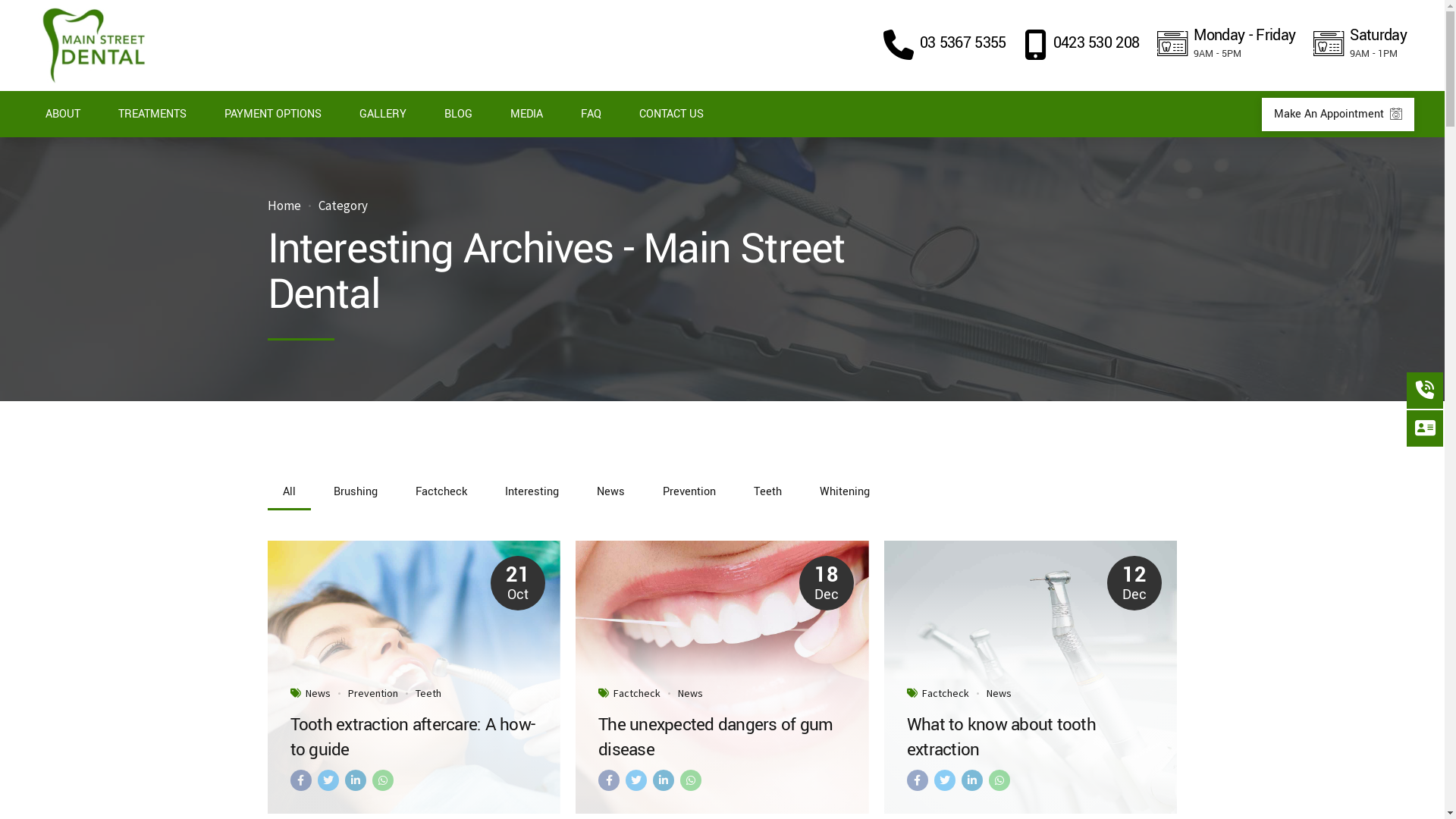  I want to click on 'GALLERY', so click(382, 113).